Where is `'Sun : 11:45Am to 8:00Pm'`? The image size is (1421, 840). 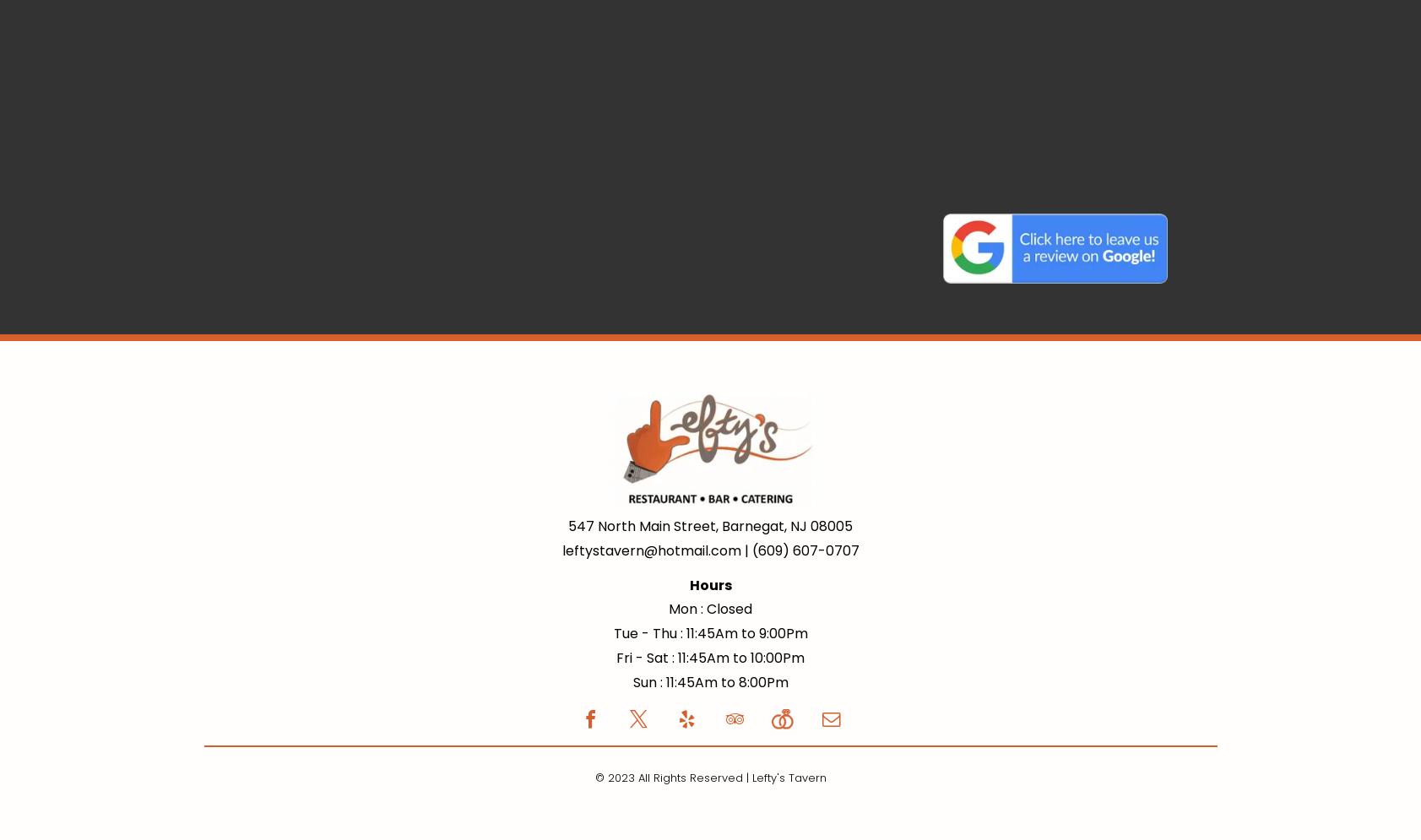
'Sun : 11:45Am to 8:00Pm' is located at coordinates (708, 680).